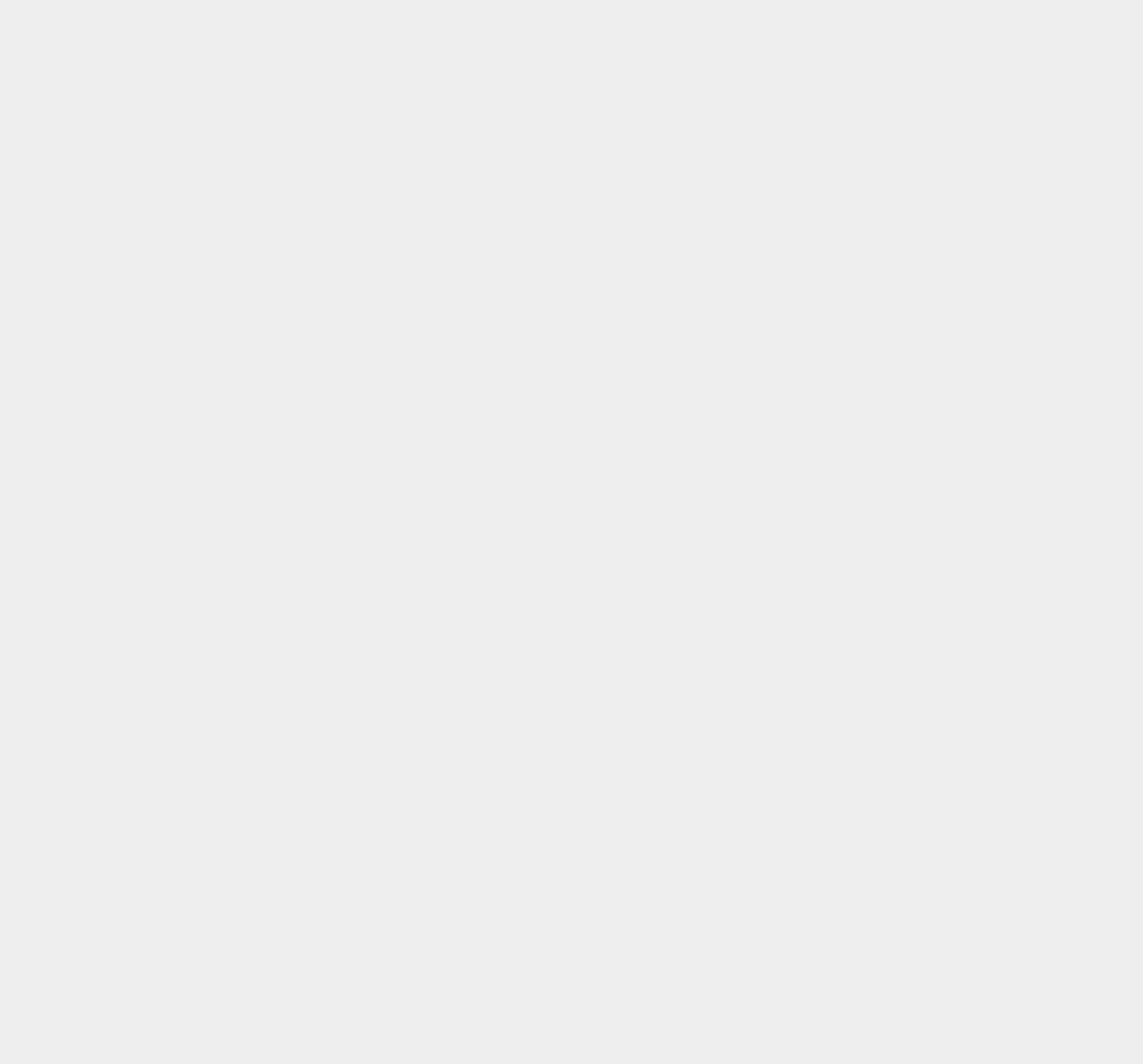  What do you see at coordinates (807, 328) in the screenshot?
I see `'Google Play Store'` at bounding box center [807, 328].